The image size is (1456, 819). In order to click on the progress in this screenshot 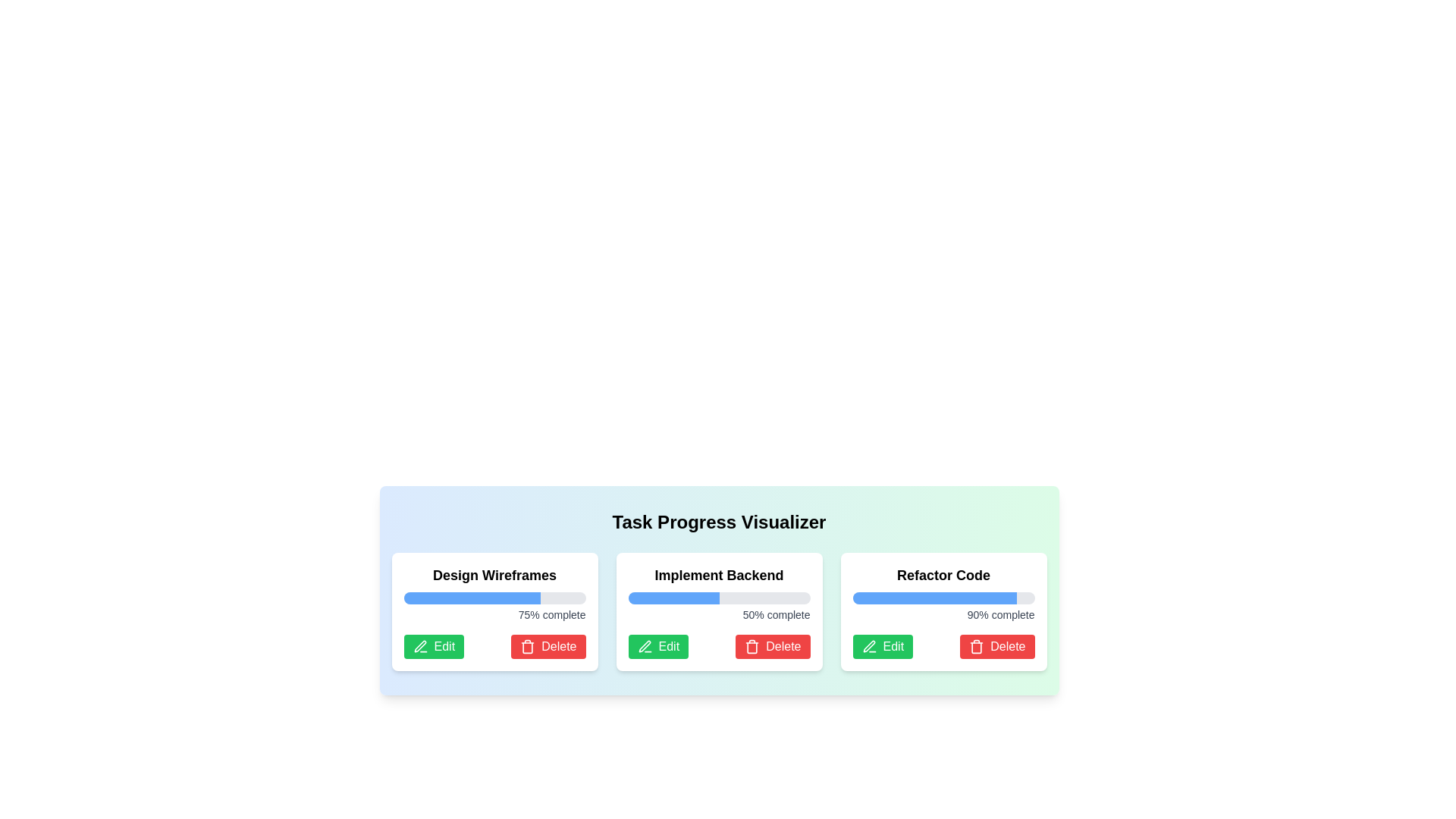, I will do `click(871, 598)`.